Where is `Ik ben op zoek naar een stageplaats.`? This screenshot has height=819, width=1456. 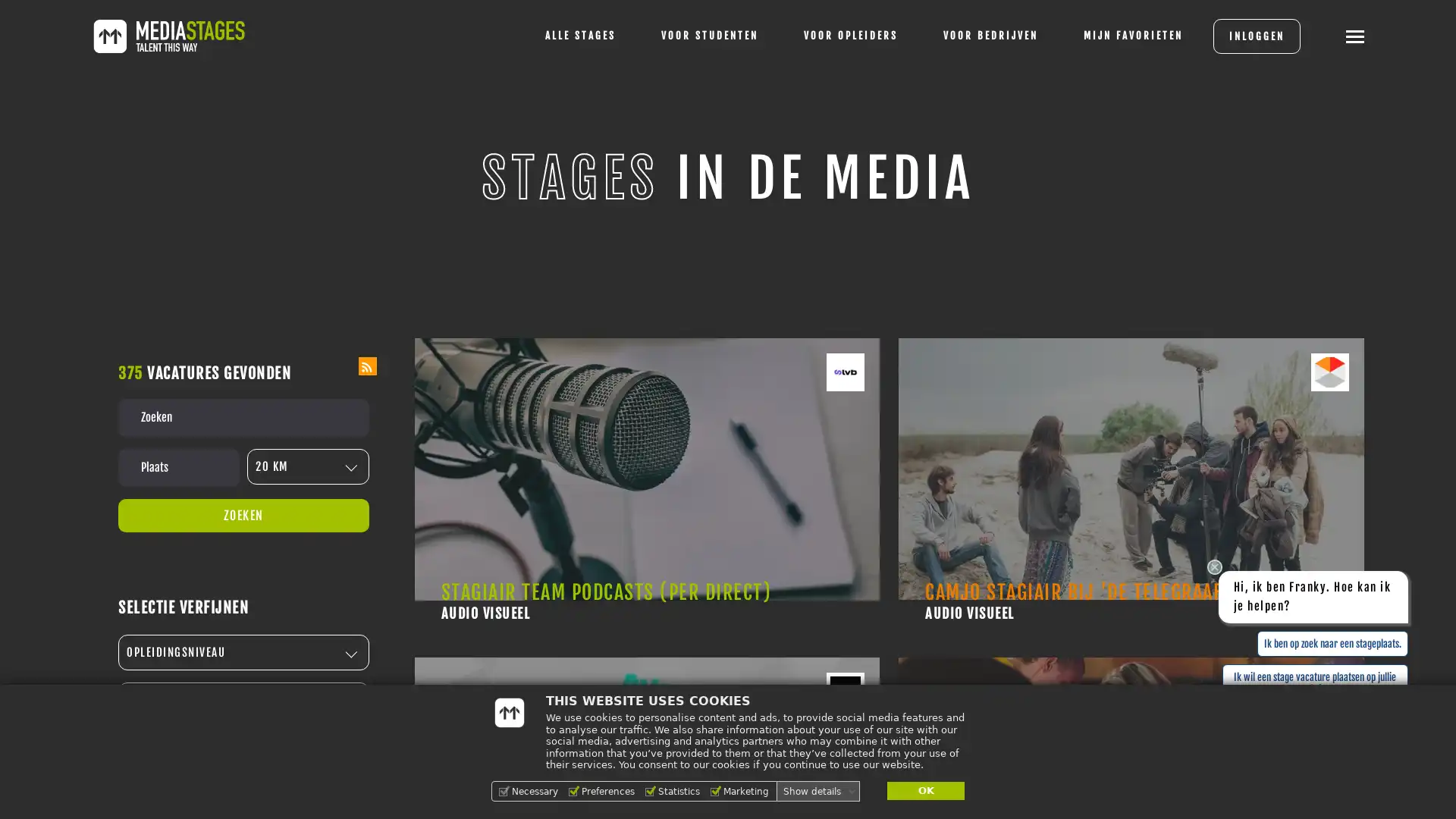 Ik ben op zoek naar een stageplaats. is located at coordinates (1331, 643).